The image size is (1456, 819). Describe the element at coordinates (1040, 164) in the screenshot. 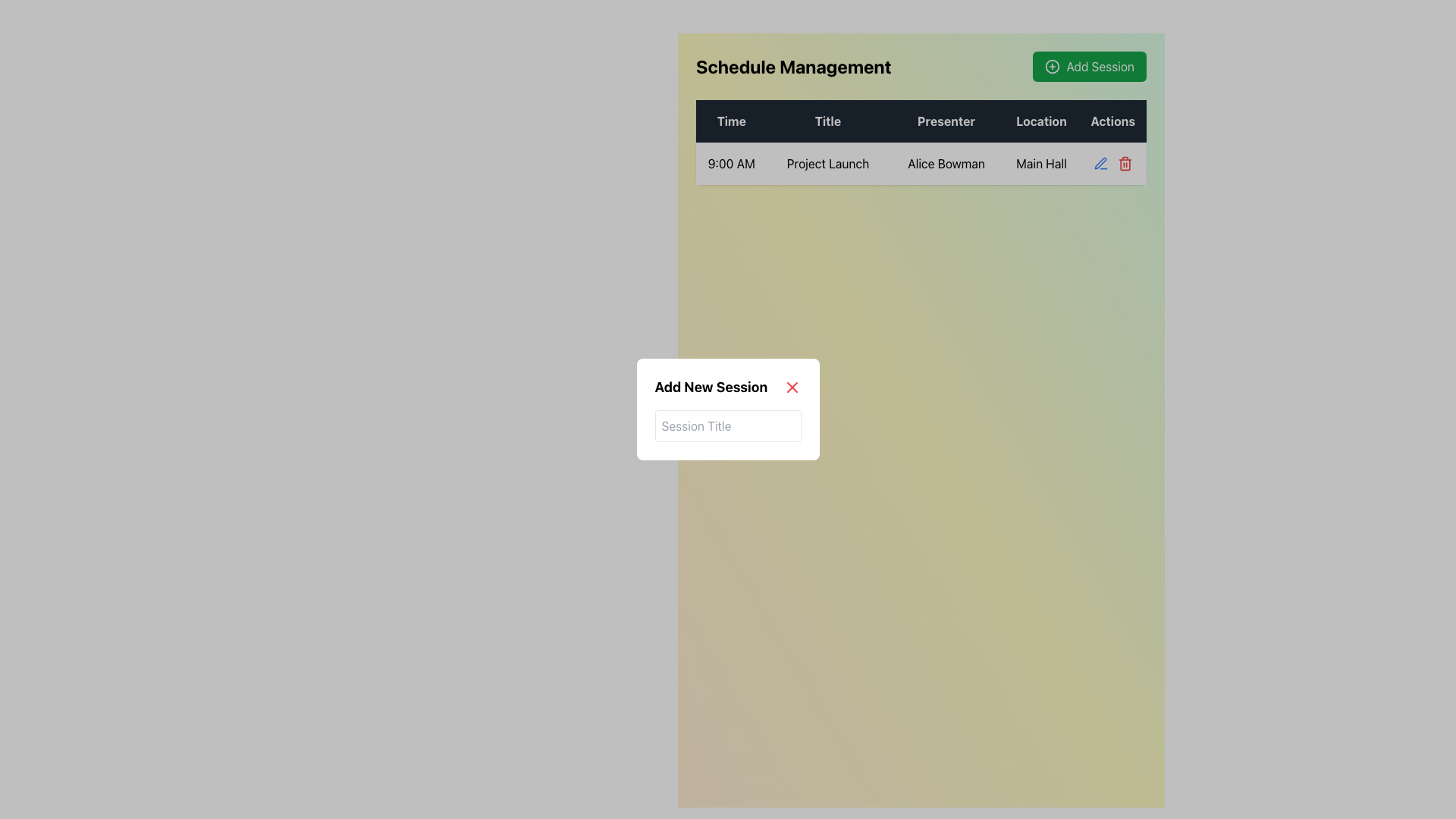

I see `the 'Main Hall' label in the schedule table, which is the fourth element in the same row as '9:00 AM', 'Project Launch', and 'Alice Bowman'` at that location.